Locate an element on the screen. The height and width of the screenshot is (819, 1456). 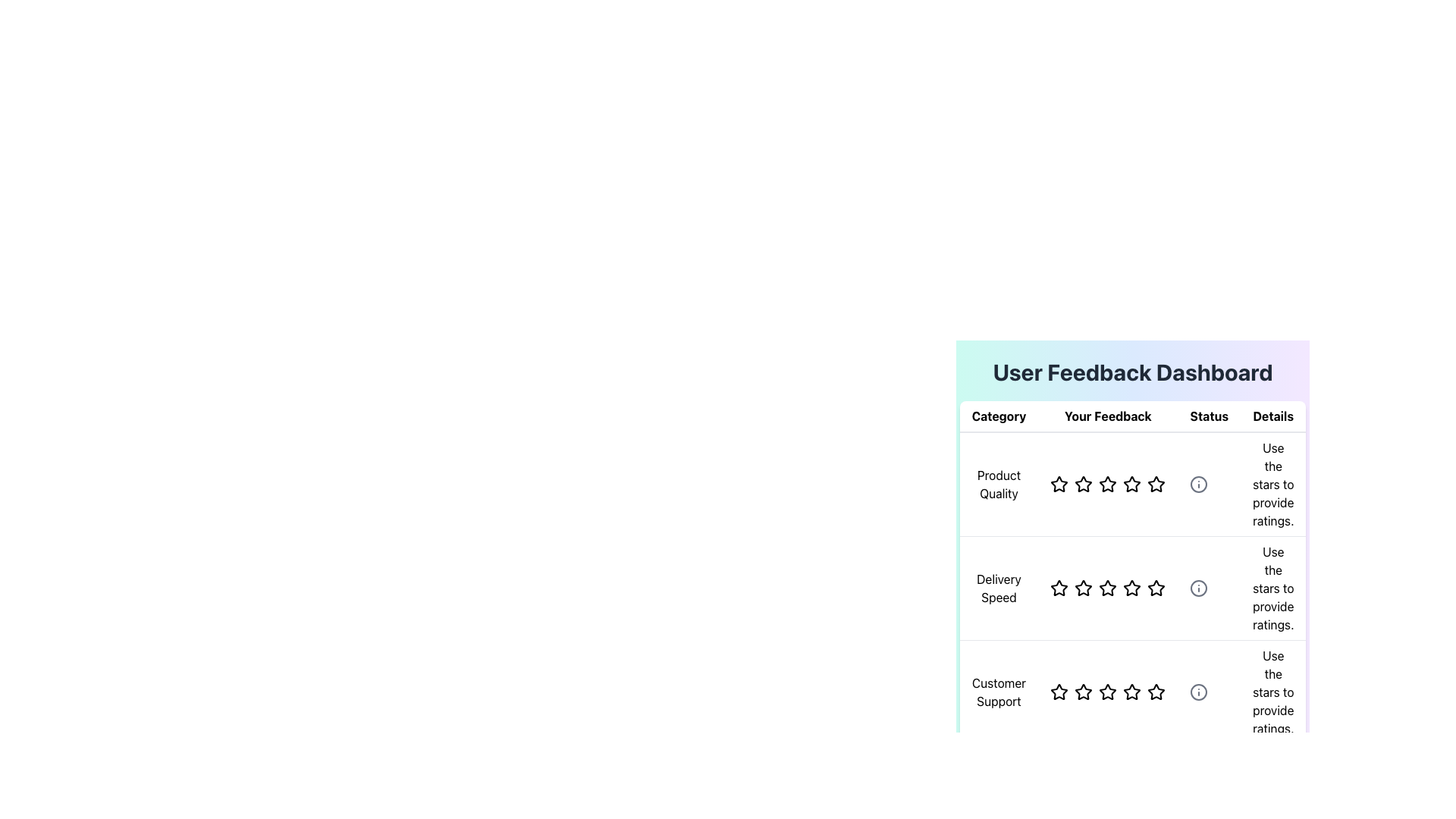
the third star icon in the 'Your Feedback' column under the 'Delivery Speed' row is located at coordinates (1108, 587).